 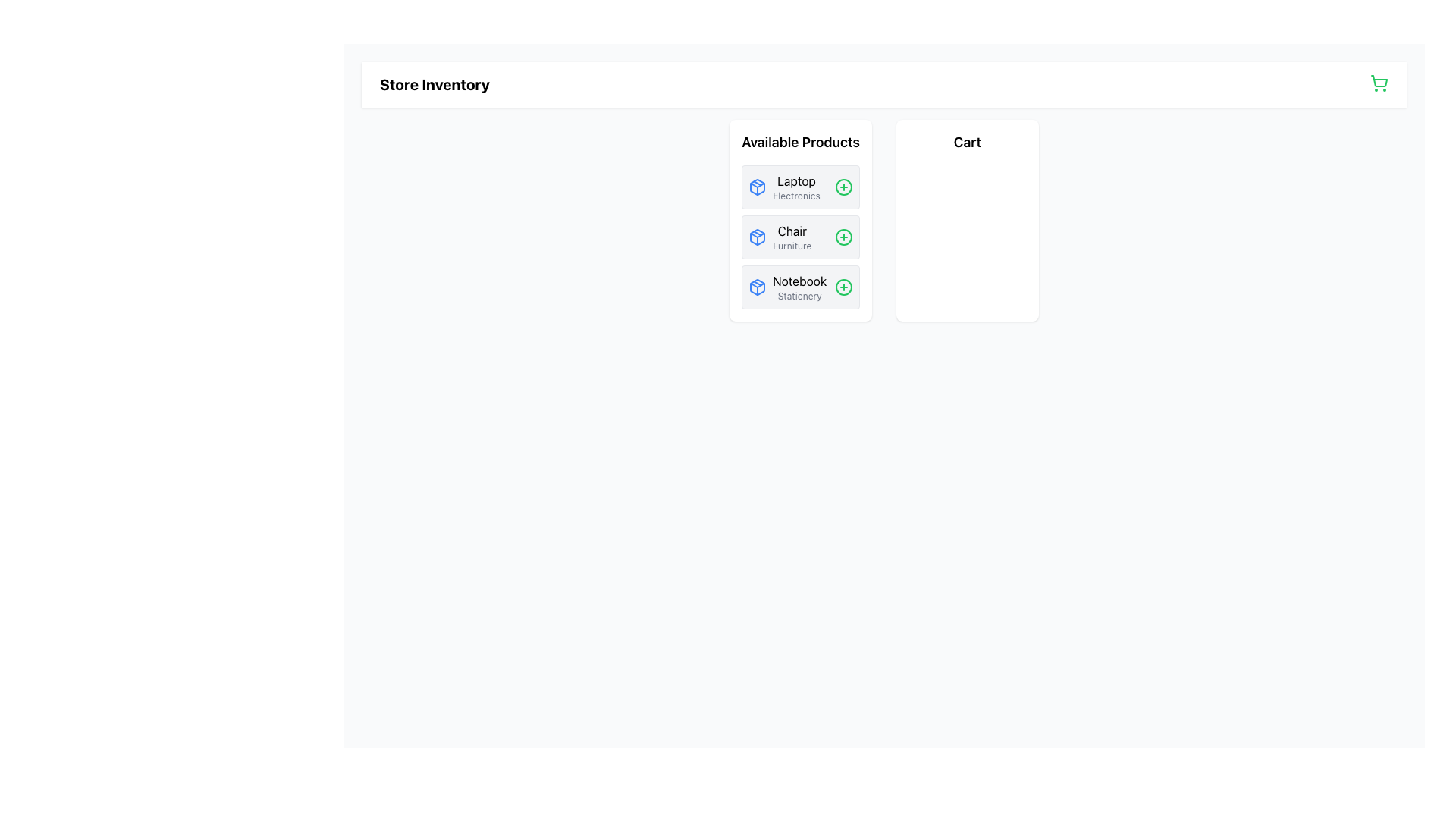 What do you see at coordinates (966, 143) in the screenshot?
I see `the Text Label located at the top-center of the white rectangular card displaying the shopping cart information` at bounding box center [966, 143].